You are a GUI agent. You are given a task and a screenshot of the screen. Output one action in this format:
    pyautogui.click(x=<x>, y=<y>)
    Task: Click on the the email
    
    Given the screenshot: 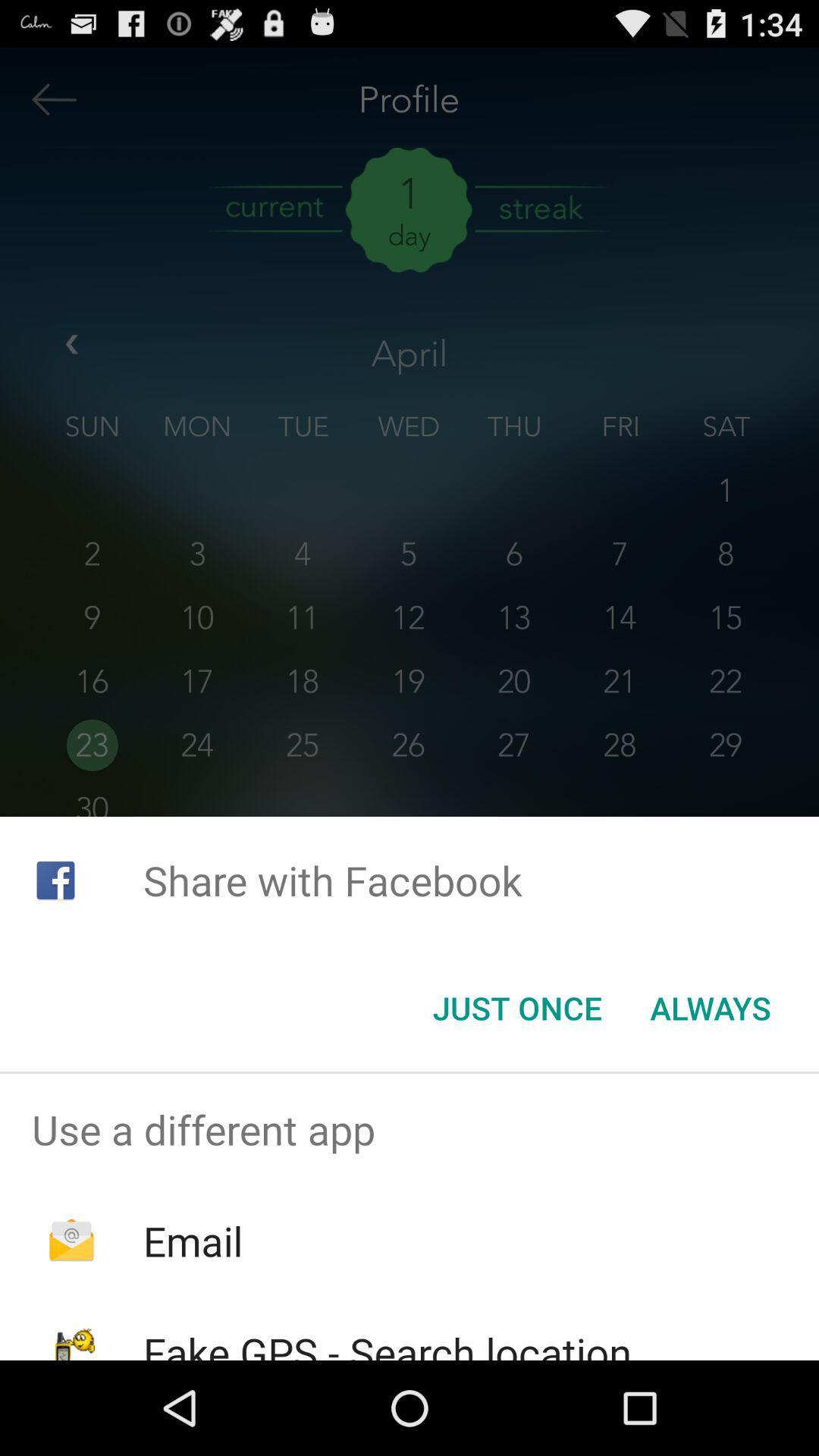 What is the action you would take?
    pyautogui.click(x=192, y=1241)
    